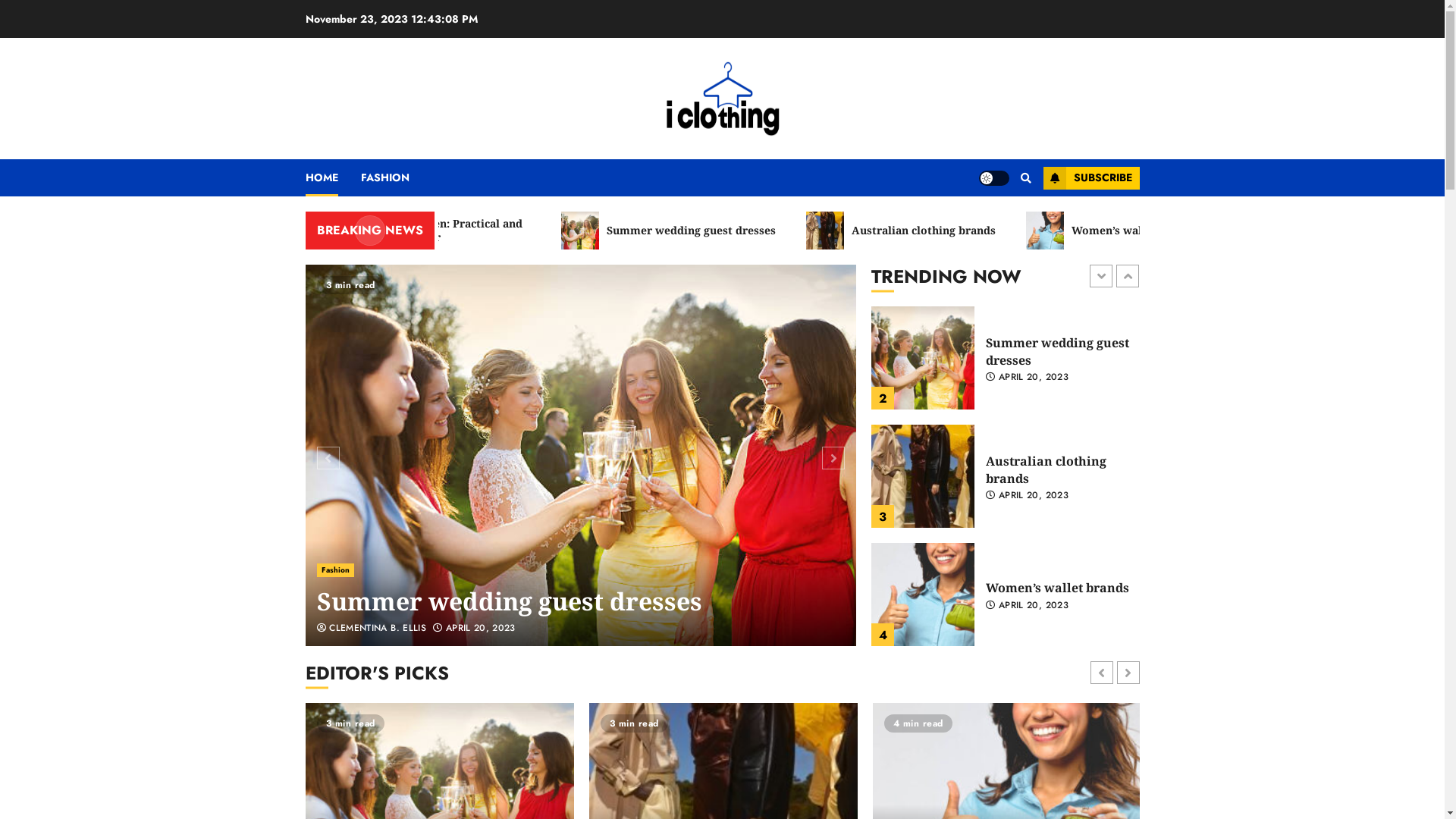  I want to click on 'Fashion', so click(334, 570).